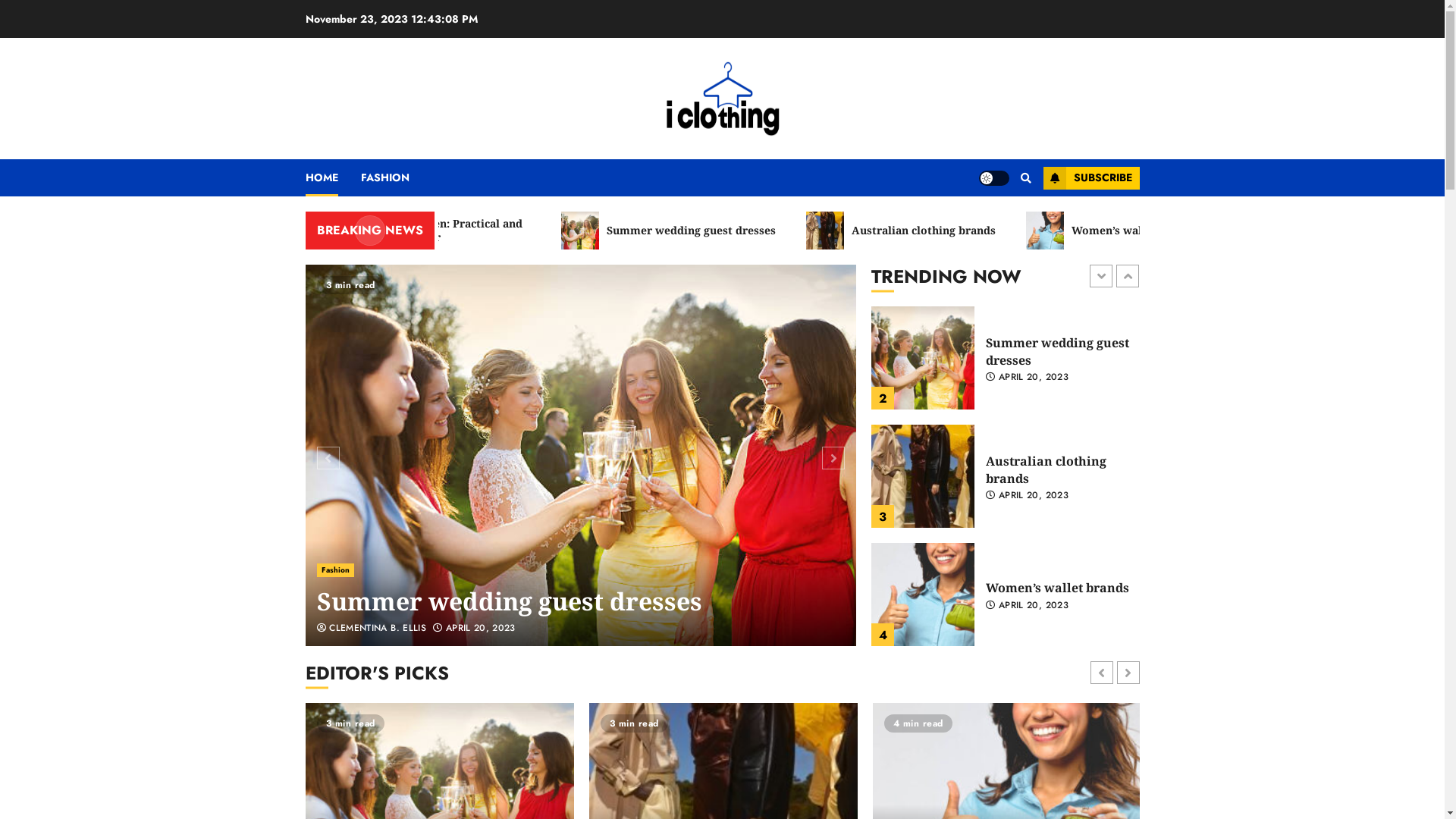  I want to click on 'Fashion', so click(334, 570).